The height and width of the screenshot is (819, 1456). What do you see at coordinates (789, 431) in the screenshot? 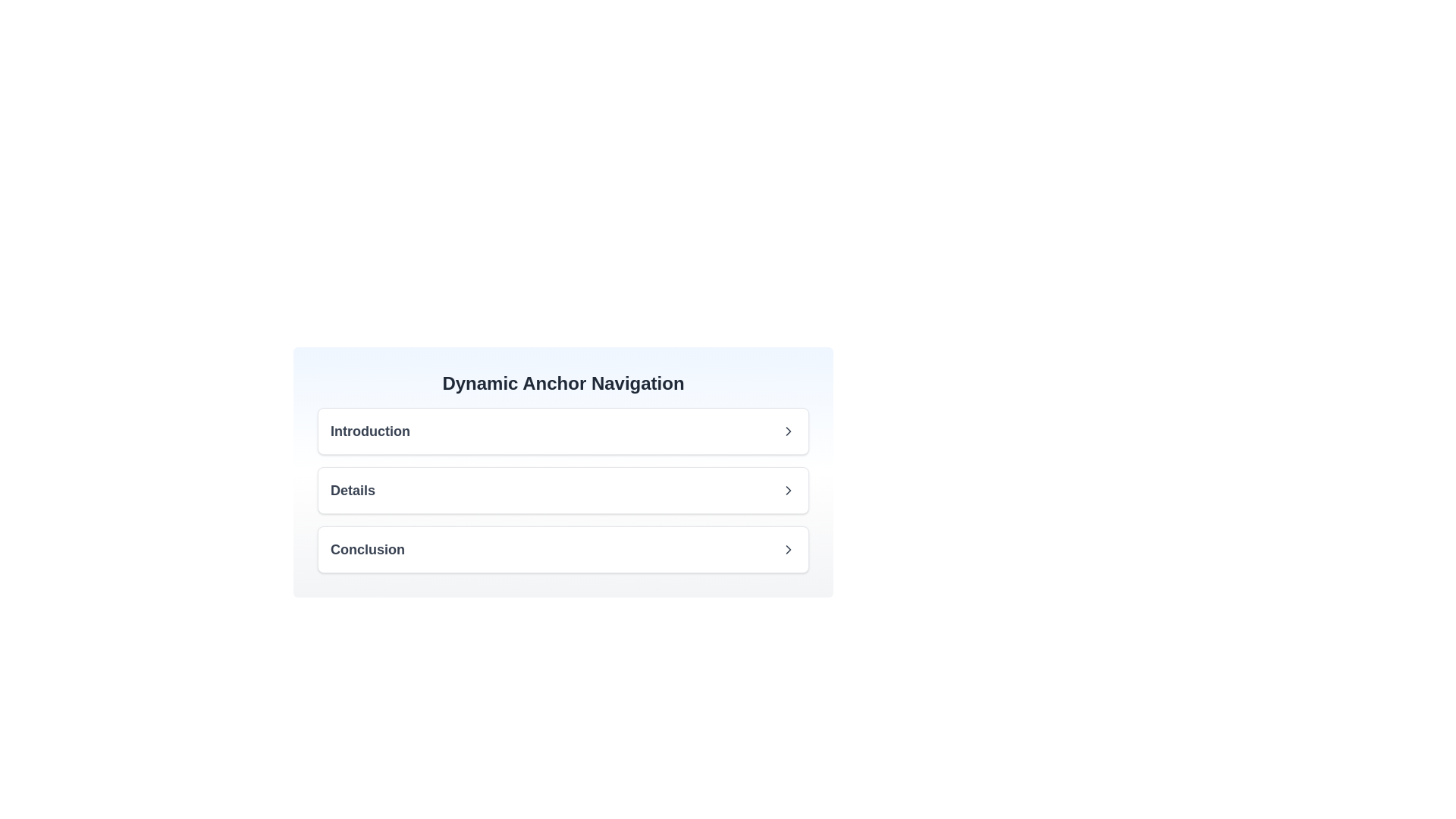
I see `the right-facing chevron icon located at the far-right side of the 'Introduction' button in the vertical navigation list` at bounding box center [789, 431].